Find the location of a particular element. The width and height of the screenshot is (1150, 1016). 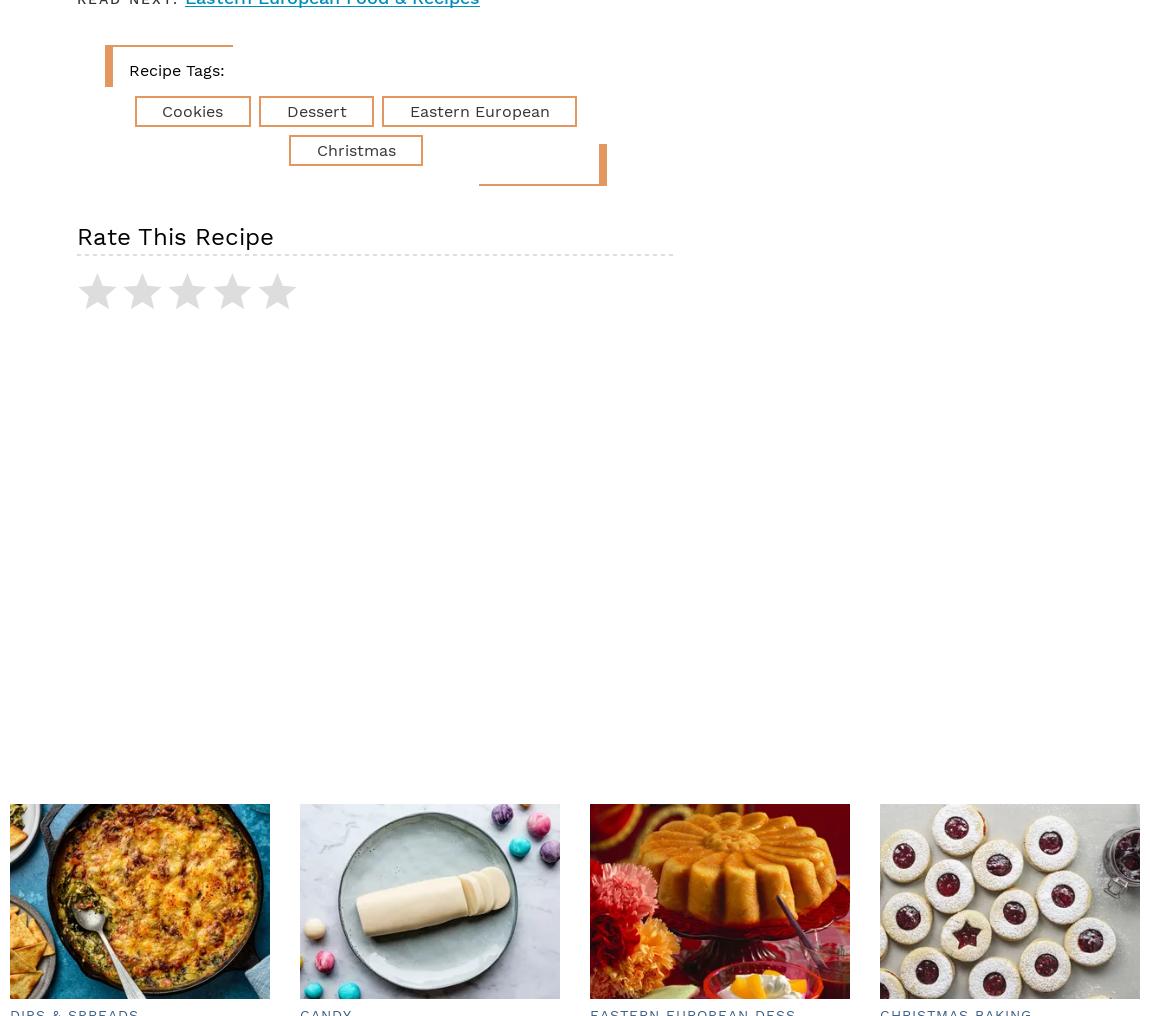

'Thanks for your rating!' is located at coordinates (313, 304).